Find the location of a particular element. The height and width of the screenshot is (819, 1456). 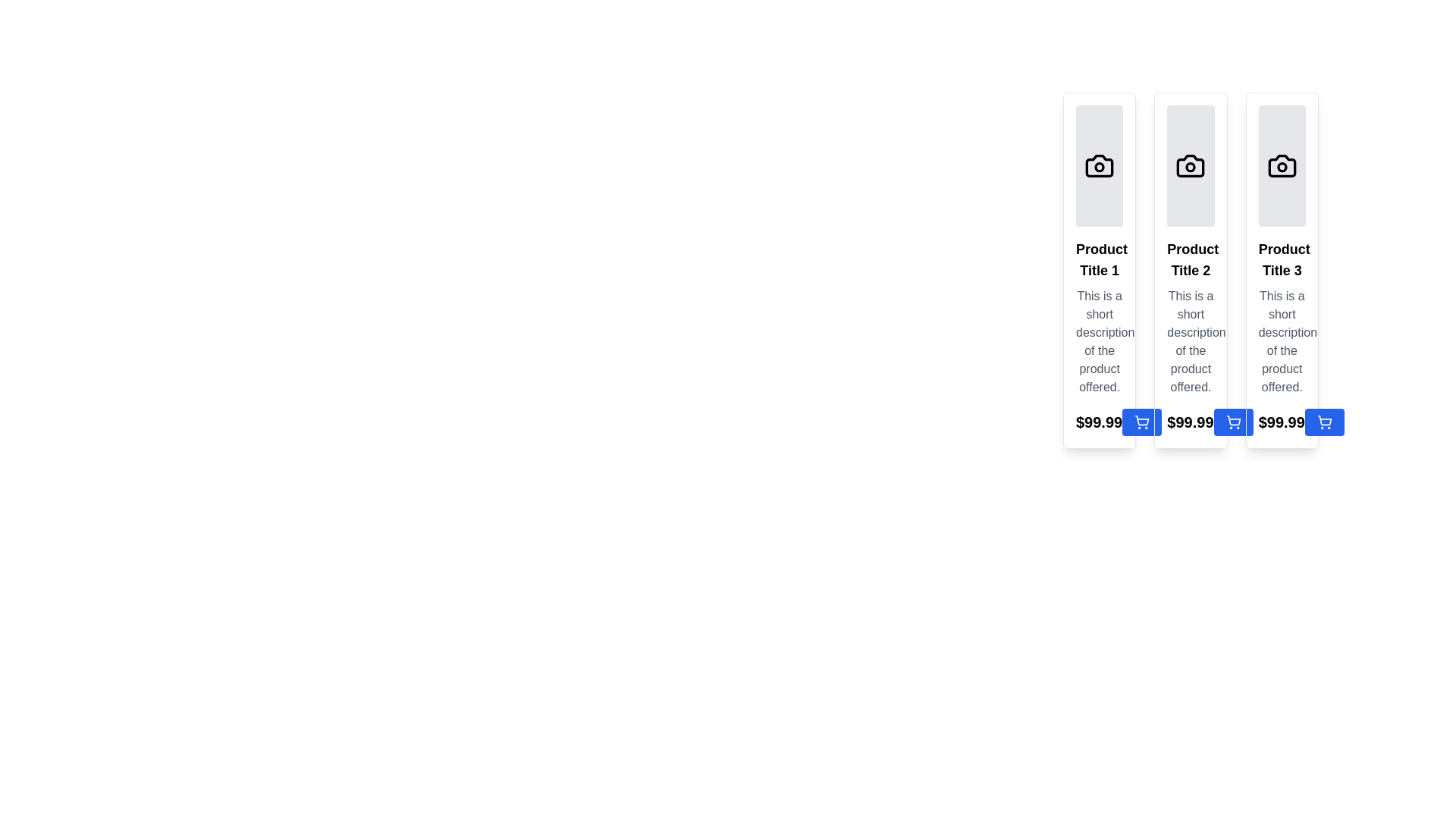

the block of text styled in gray serif typeface that reads 'This is a short description of the product offered.', located directly under the 'Product Title 3' heading is located at coordinates (1281, 342).